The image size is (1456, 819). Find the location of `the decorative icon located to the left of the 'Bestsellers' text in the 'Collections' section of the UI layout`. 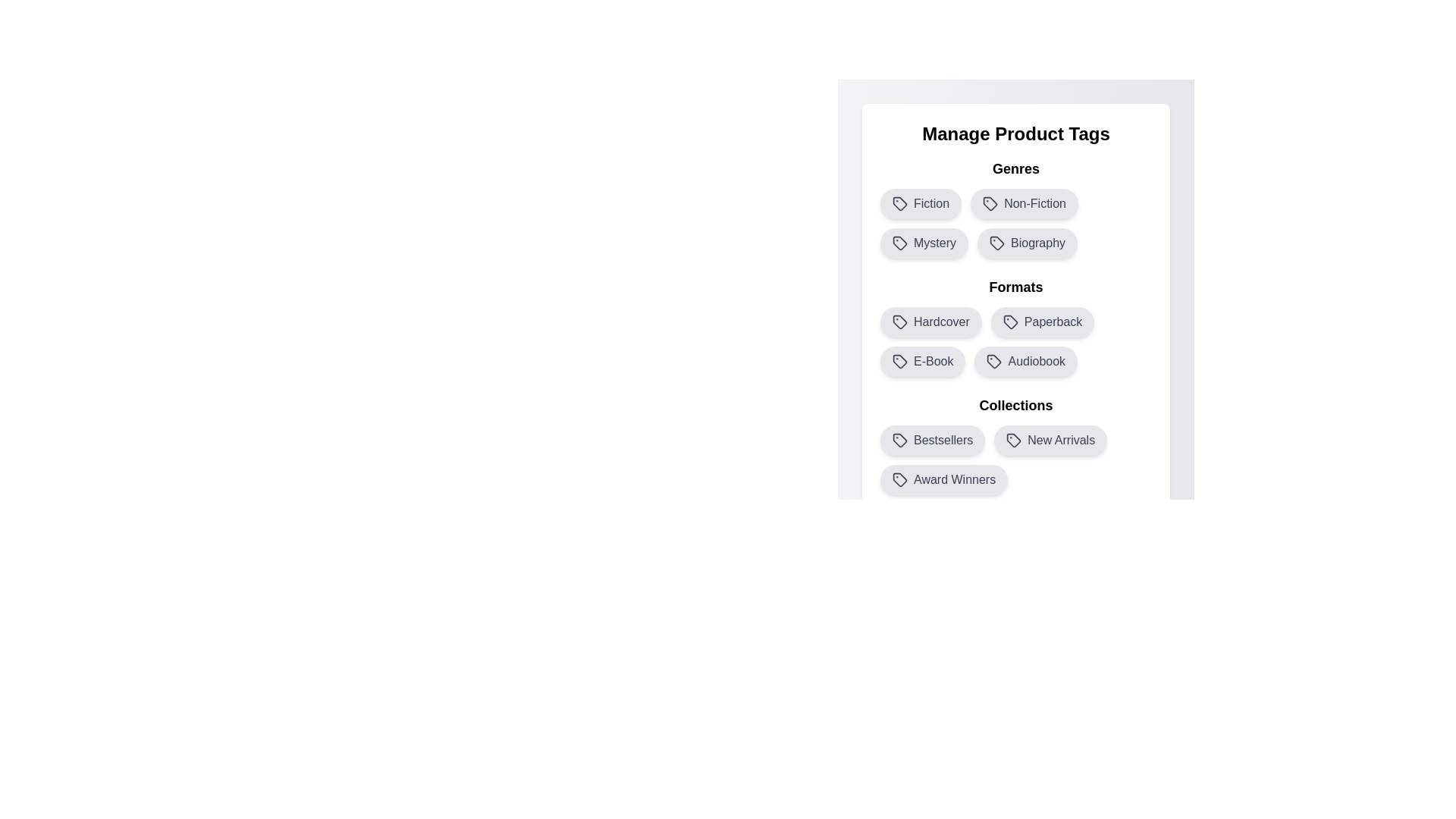

the decorative icon located to the left of the 'Bestsellers' text in the 'Collections' section of the UI layout is located at coordinates (899, 441).